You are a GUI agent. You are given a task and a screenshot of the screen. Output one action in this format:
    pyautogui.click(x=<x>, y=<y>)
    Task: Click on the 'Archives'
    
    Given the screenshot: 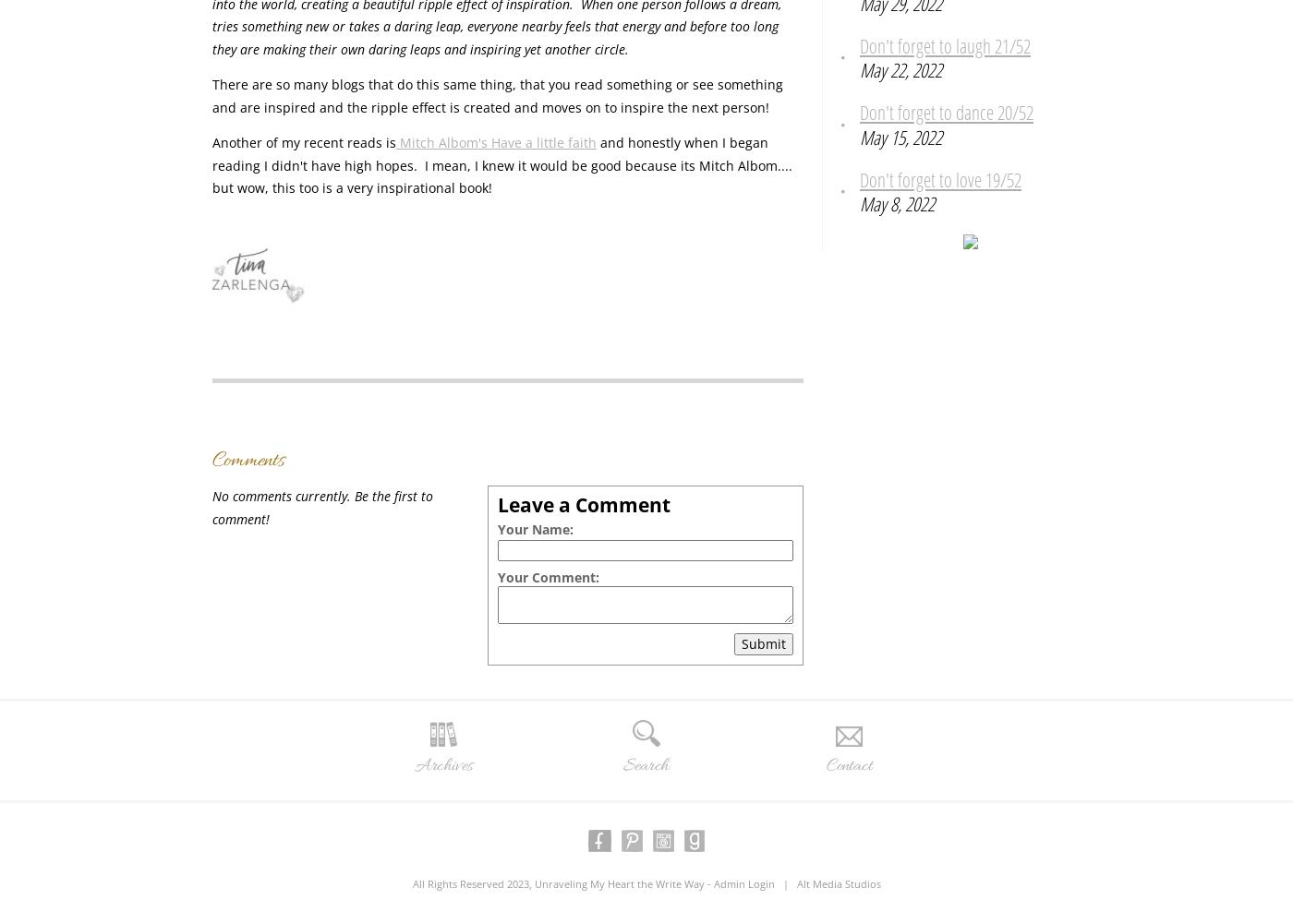 What is the action you would take?
    pyautogui.click(x=443, y=764)
    